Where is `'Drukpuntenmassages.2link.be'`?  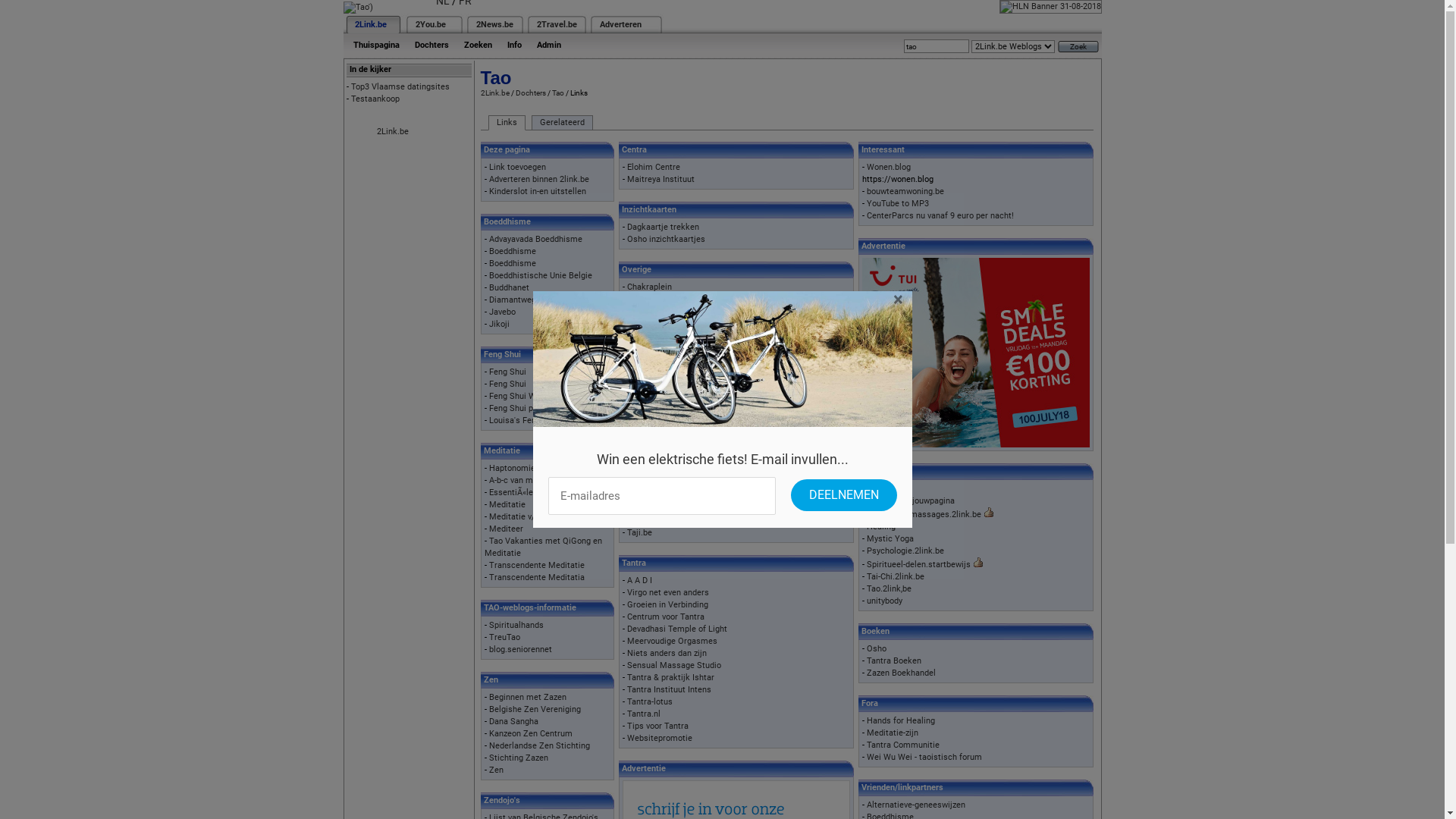
'Drukpuntenmassages.2link.be' is located at coordinates (922, 513).